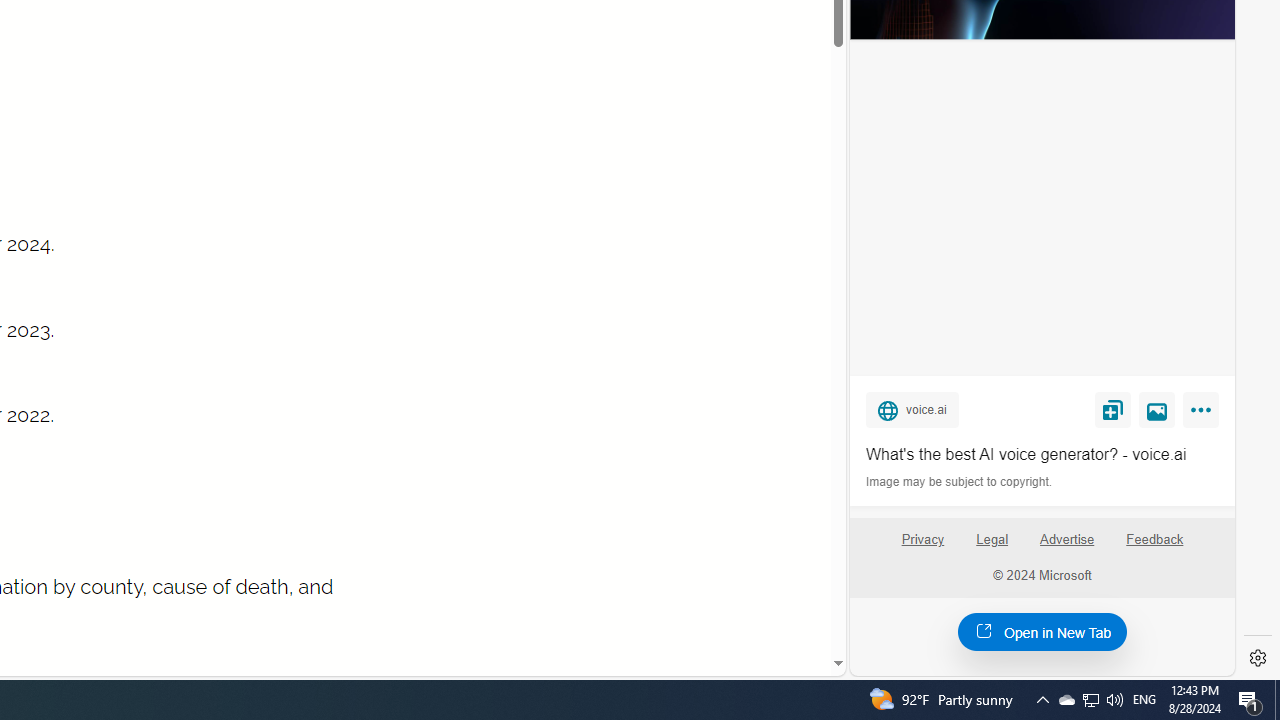 The width and height of the screenshot is (1280, 720). I want to click on 'View image', so click(1157, 408).